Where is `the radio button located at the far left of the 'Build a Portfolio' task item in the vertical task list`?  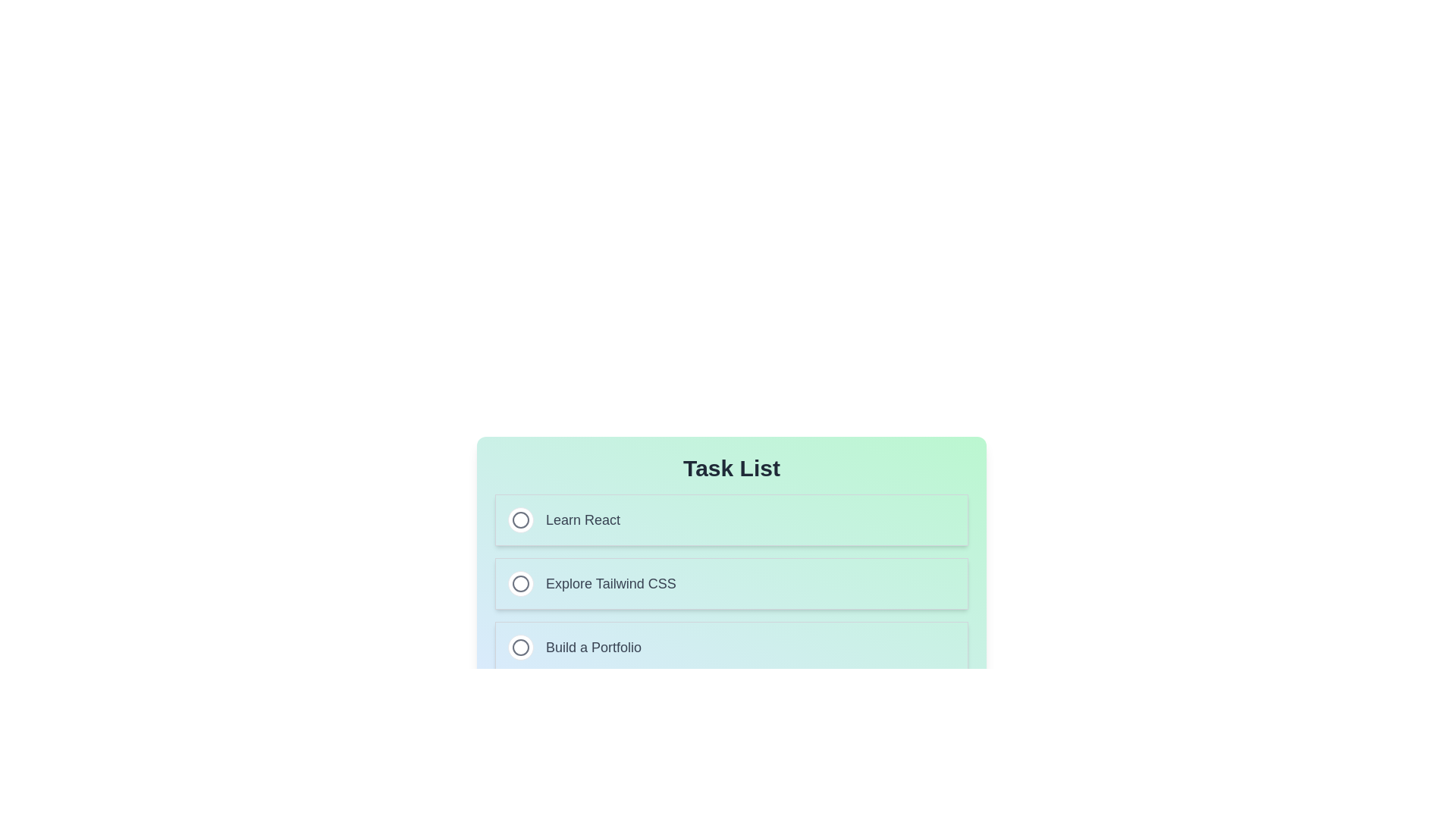
the radio button located at the far left of the 'Build a Portfolio' task item in the vertical task list is located at coordinates (520, 647).